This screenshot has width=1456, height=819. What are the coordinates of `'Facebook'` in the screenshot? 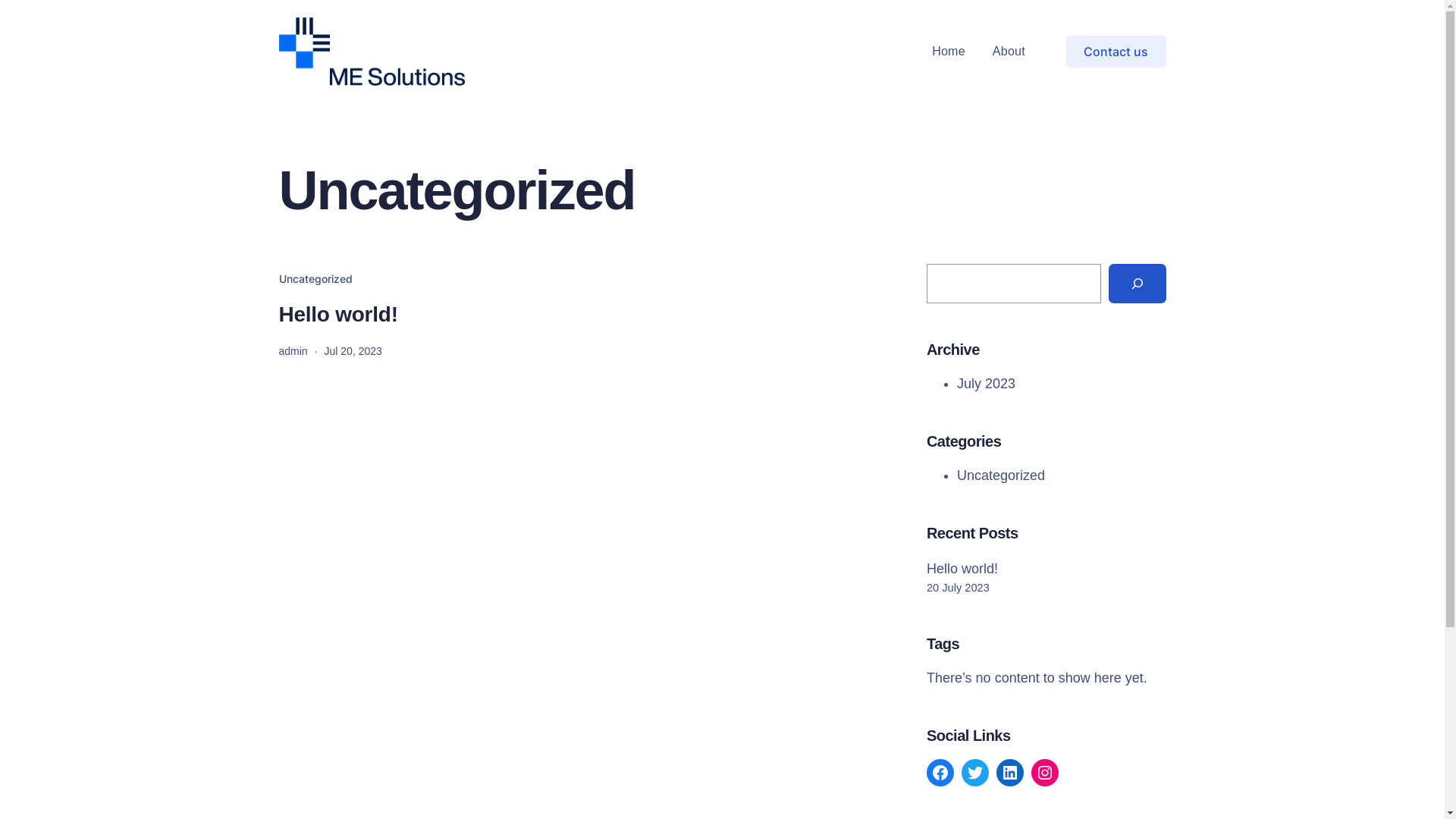 It's located at (939, 772).